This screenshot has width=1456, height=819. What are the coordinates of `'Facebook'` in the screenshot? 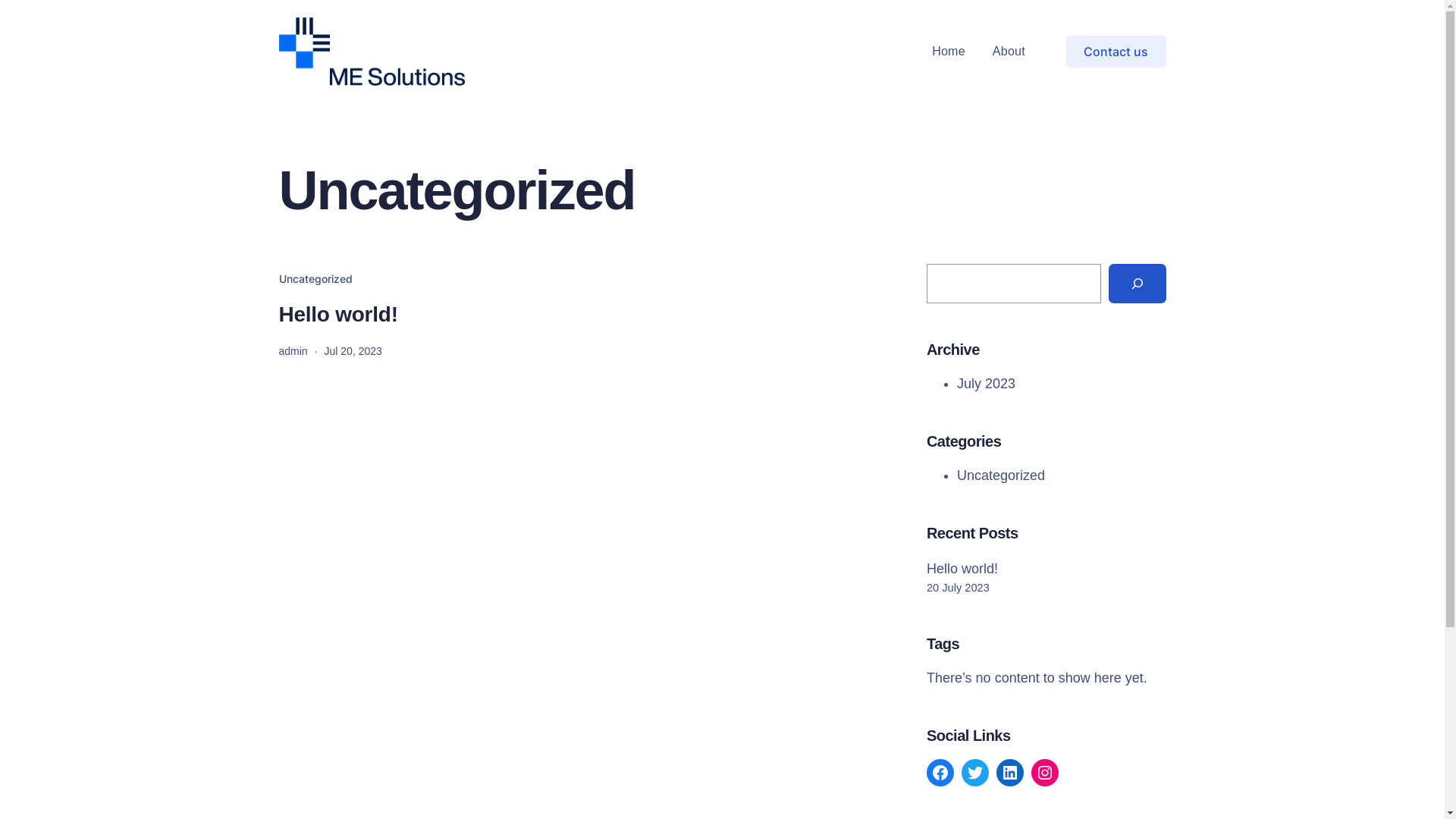 It's located at (939, 772).